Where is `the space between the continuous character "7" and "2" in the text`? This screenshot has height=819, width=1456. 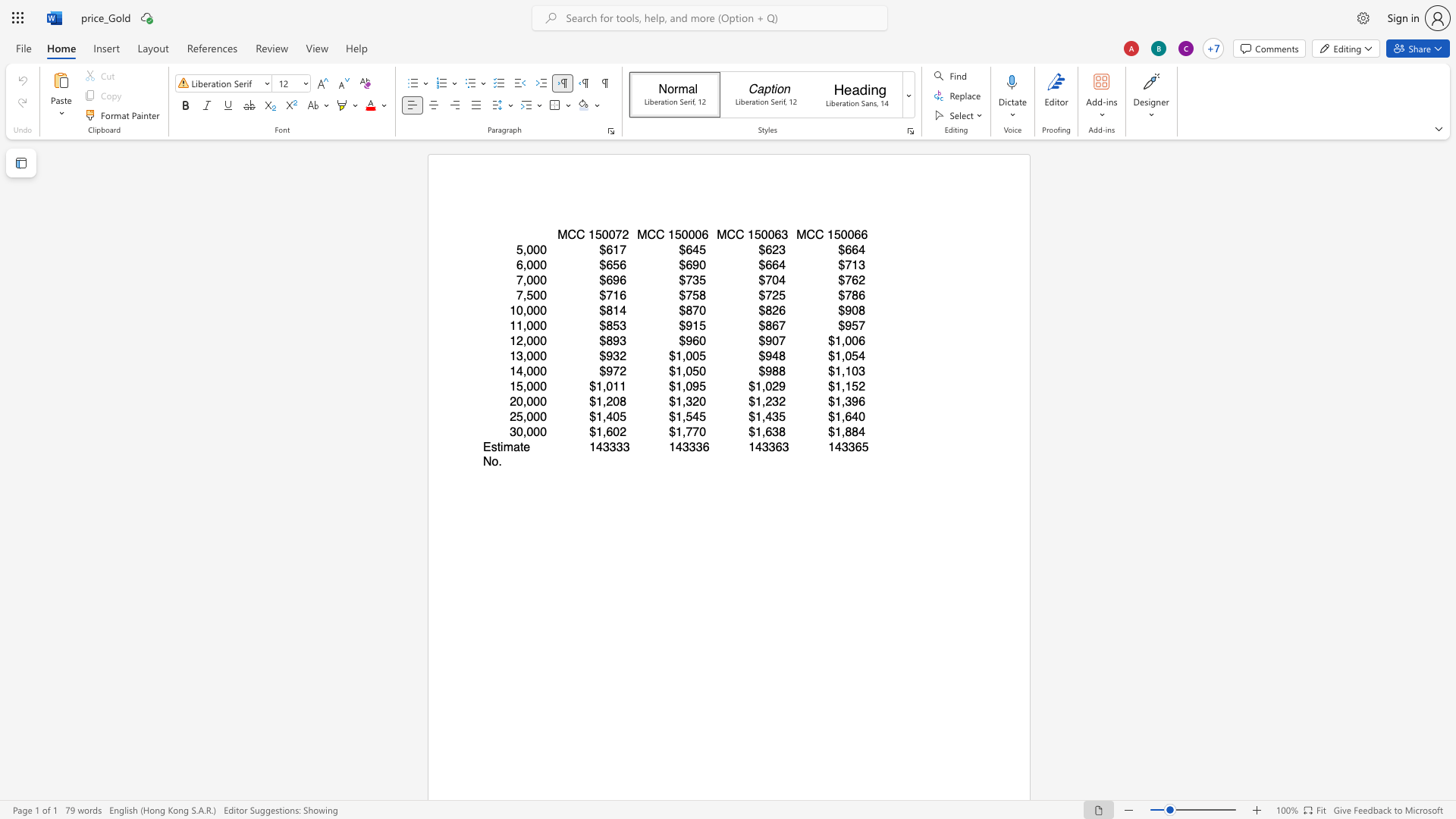
the space between the continuous character "7" and "2" in the text is located at coordinates (622, 234).